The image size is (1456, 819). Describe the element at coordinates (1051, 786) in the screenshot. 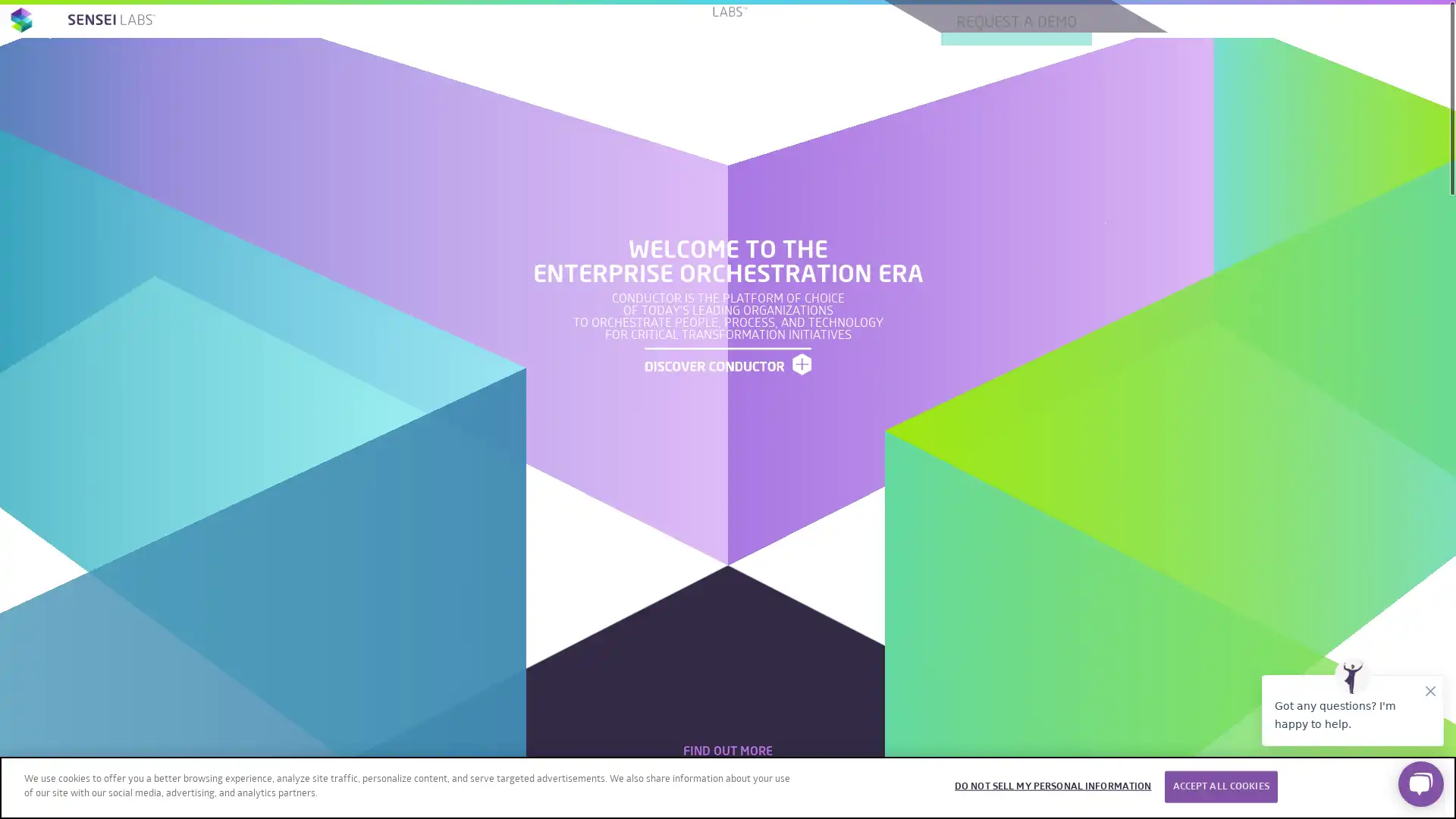

I see `DO NOT SELL MY PERSONAL INFORMATION` at that location.